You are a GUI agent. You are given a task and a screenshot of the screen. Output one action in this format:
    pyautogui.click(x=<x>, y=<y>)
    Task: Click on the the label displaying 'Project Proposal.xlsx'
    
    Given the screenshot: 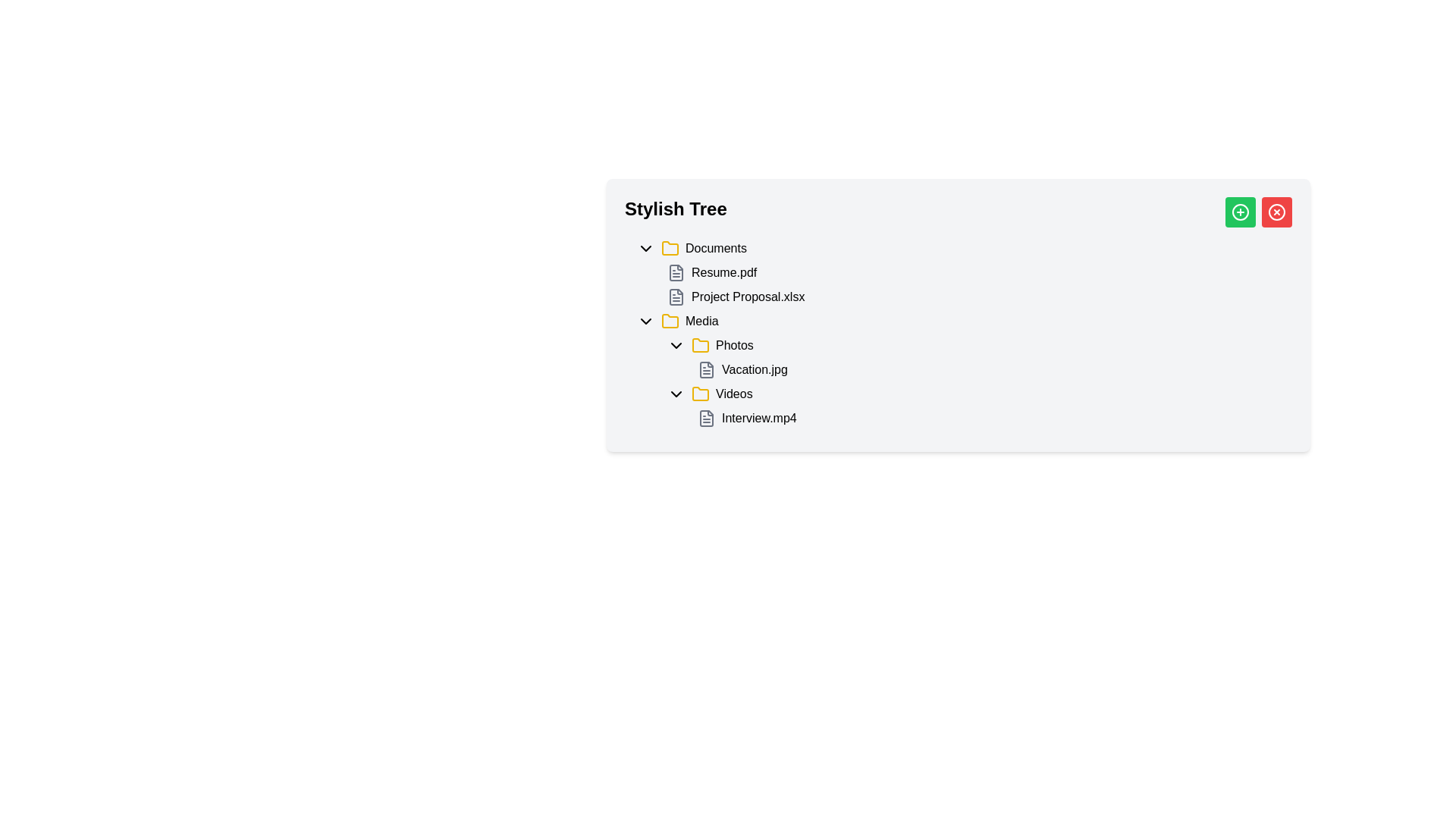 What is the action you would take?
    pyautogui.click(x=748, y=297)
    